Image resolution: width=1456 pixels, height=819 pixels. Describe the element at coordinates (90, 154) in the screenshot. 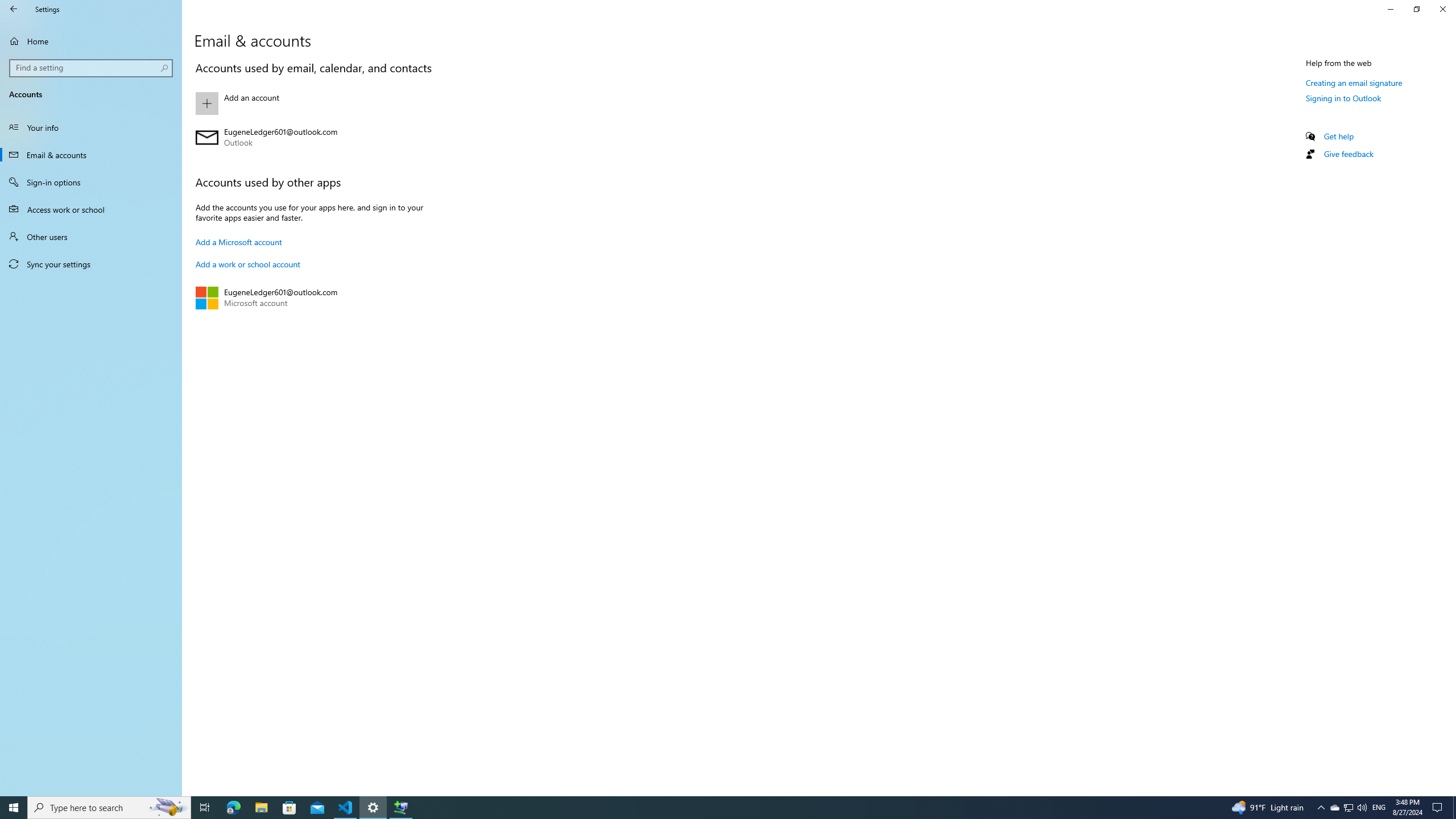

I see `'Email & accounts'` at that location.